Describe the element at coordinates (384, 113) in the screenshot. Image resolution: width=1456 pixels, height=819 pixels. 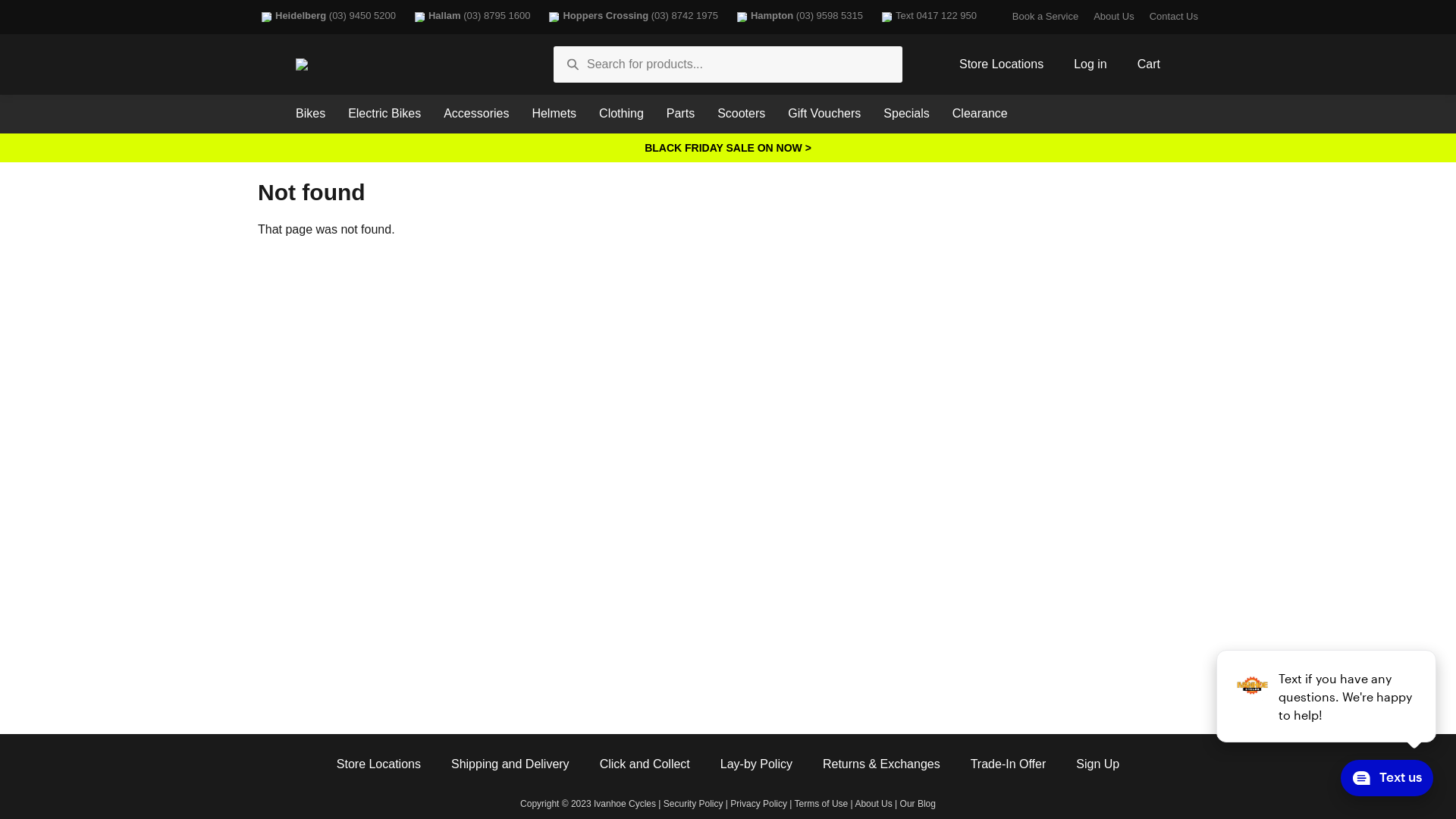
I see `'Electric Bikes'` at that location.